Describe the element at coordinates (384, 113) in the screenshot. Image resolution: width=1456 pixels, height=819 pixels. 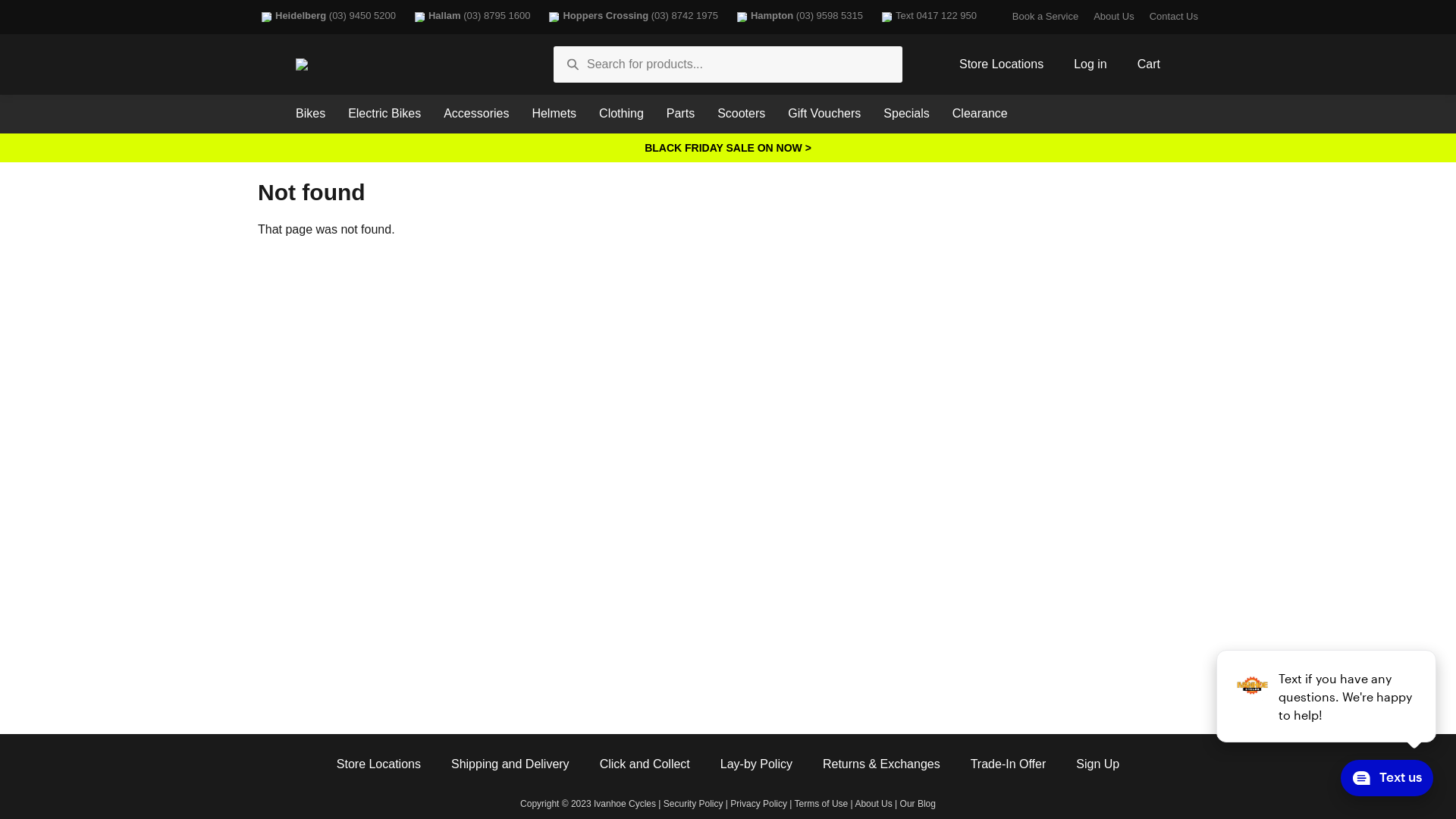
I see `'Electric Bikes'` at that location.